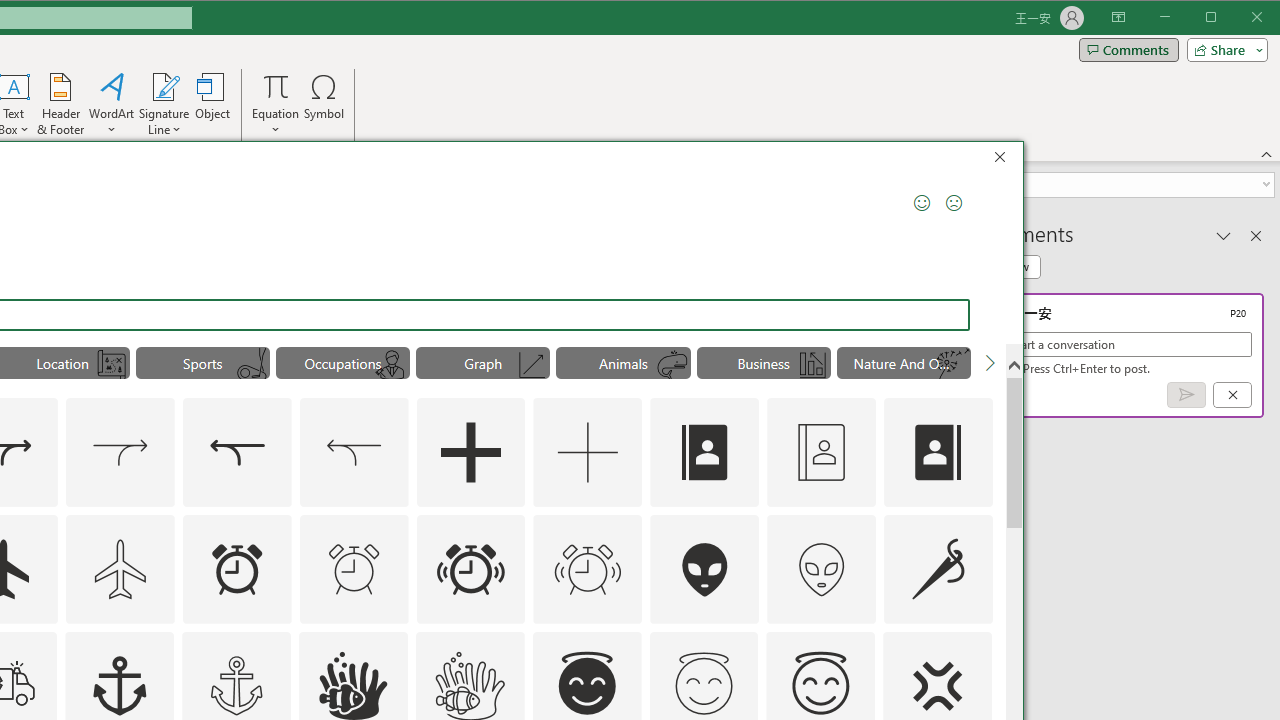 This screenshot has width=1280, height=720. I want to click on 'Symbol...', so click(324, 104).